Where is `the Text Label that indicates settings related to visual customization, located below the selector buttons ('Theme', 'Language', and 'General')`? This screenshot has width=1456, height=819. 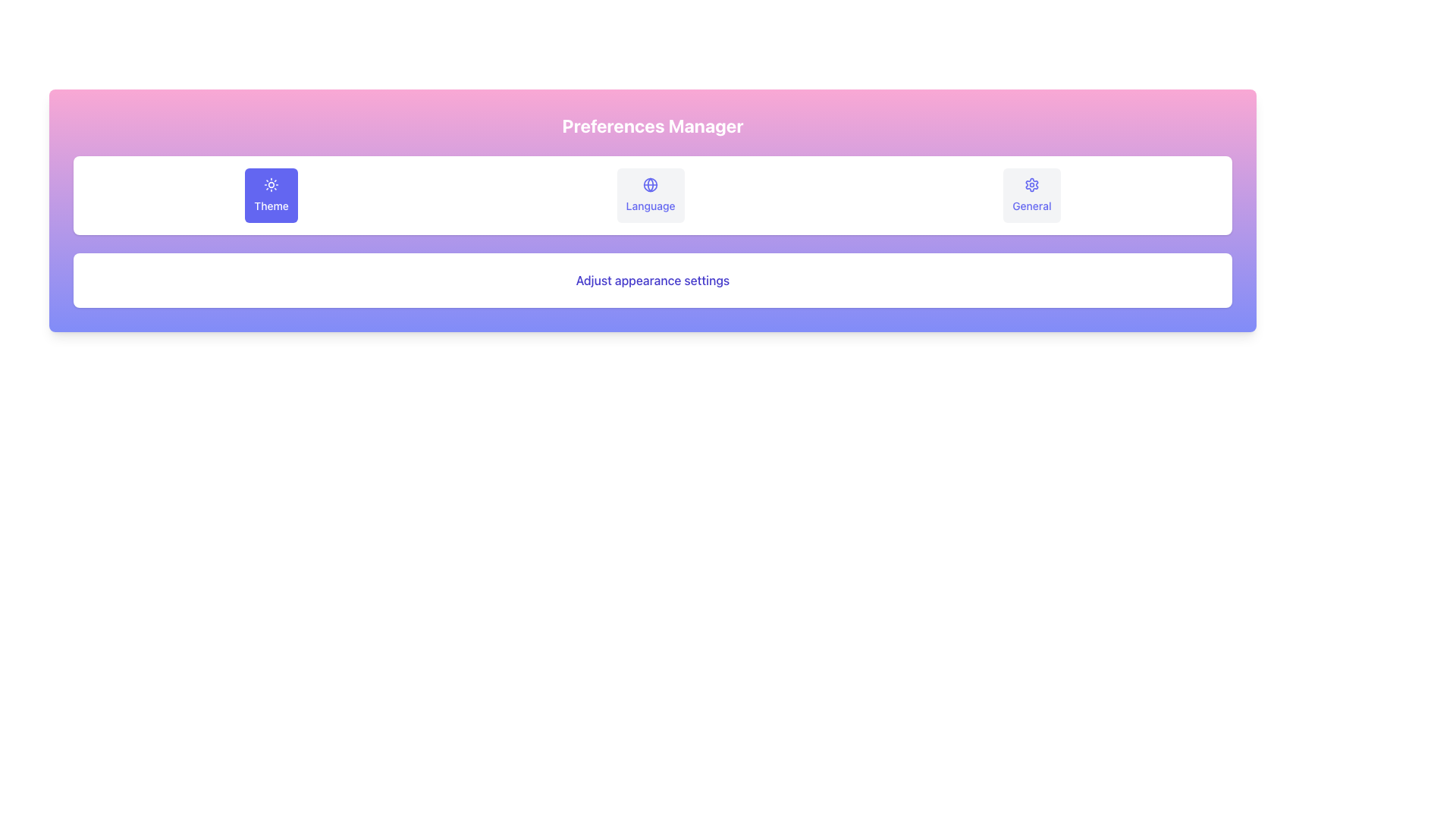 the Text Label that indicates settings related to visual customization, located below the selector buttons ('Theme', 'Language', and 'General') is located at coordinates (652, 281).